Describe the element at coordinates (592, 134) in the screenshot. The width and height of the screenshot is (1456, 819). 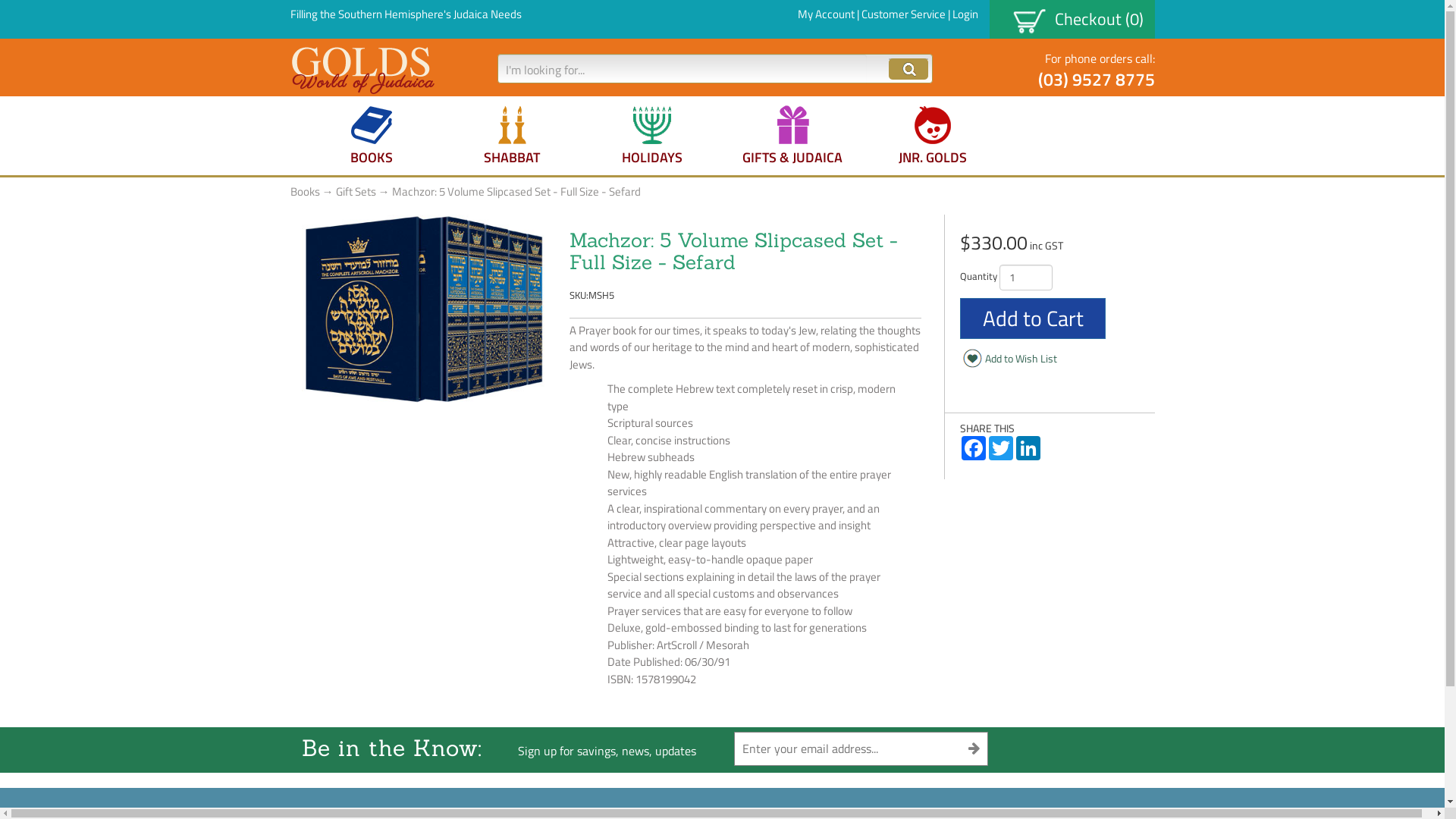
I see `'HOLIDAYS'` at that location.